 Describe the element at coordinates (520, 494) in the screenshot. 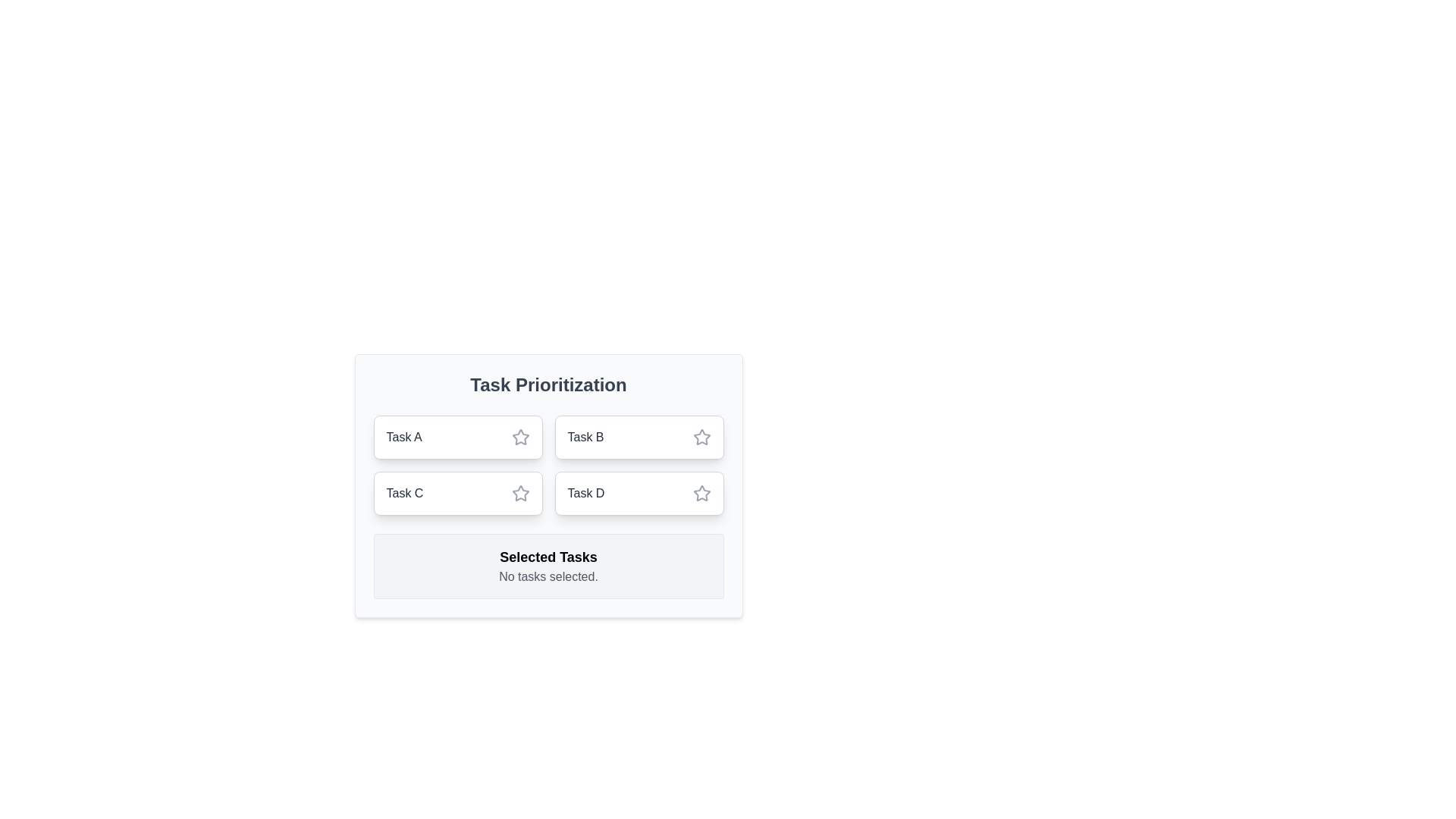

I see `the icon of the task chip for the task Task C` at that location.